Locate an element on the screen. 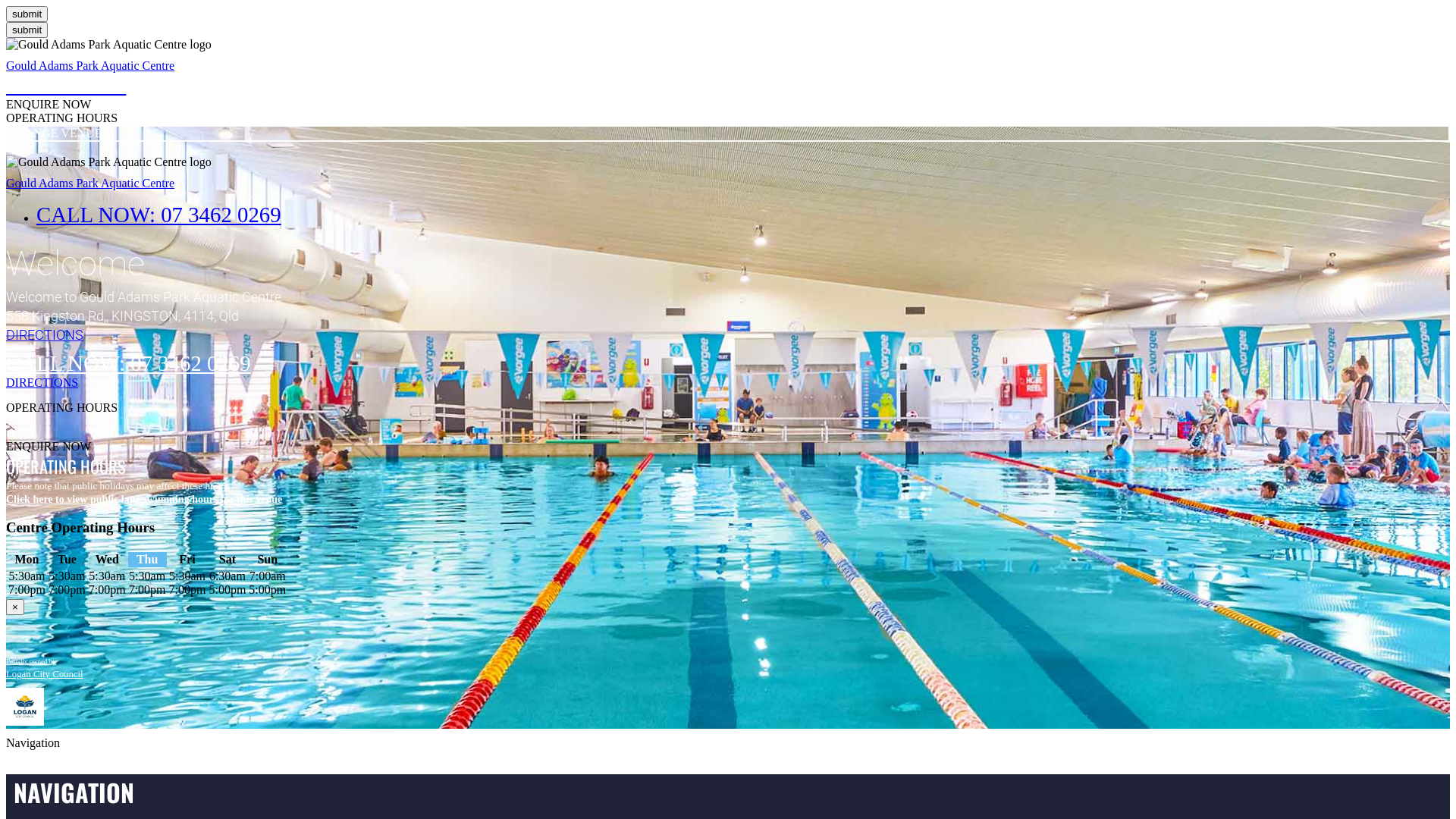 This screenshot has width=1456, height=819. 'DIRECTIONS' is located at coordinates (728, 382).